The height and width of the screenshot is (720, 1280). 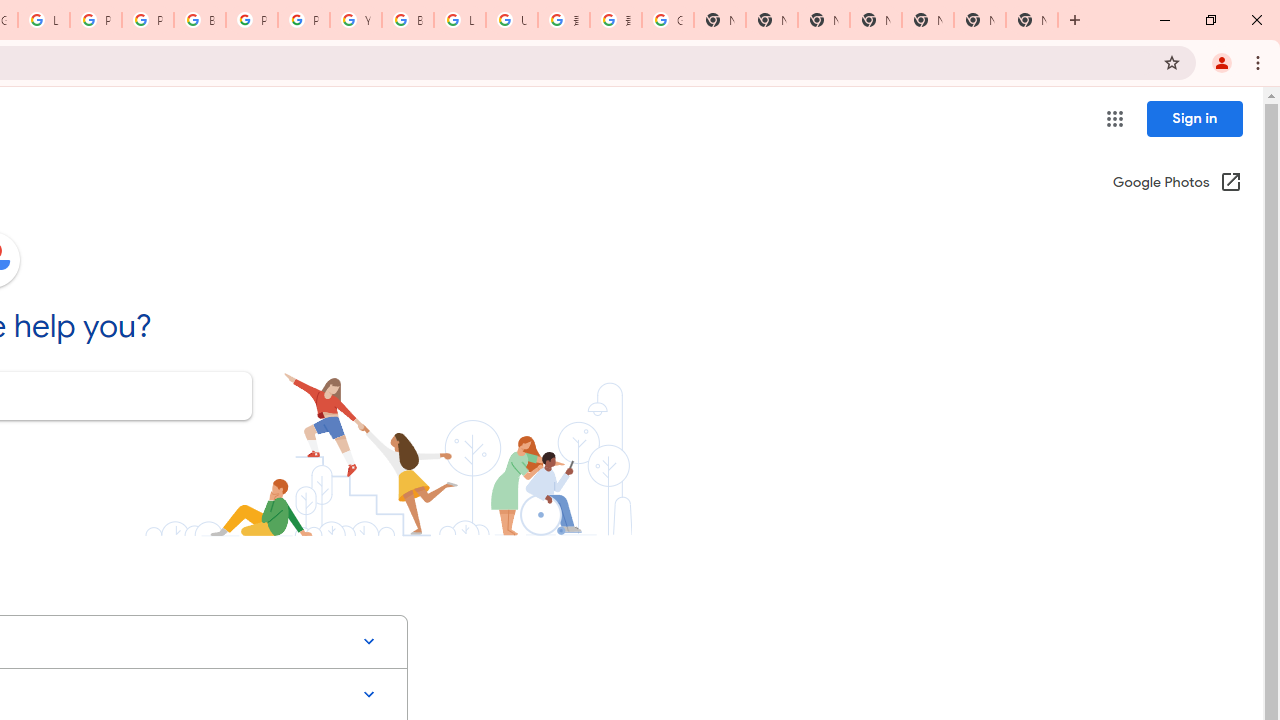 I want to click on 'New Tab', so click(x=1032, y=20).